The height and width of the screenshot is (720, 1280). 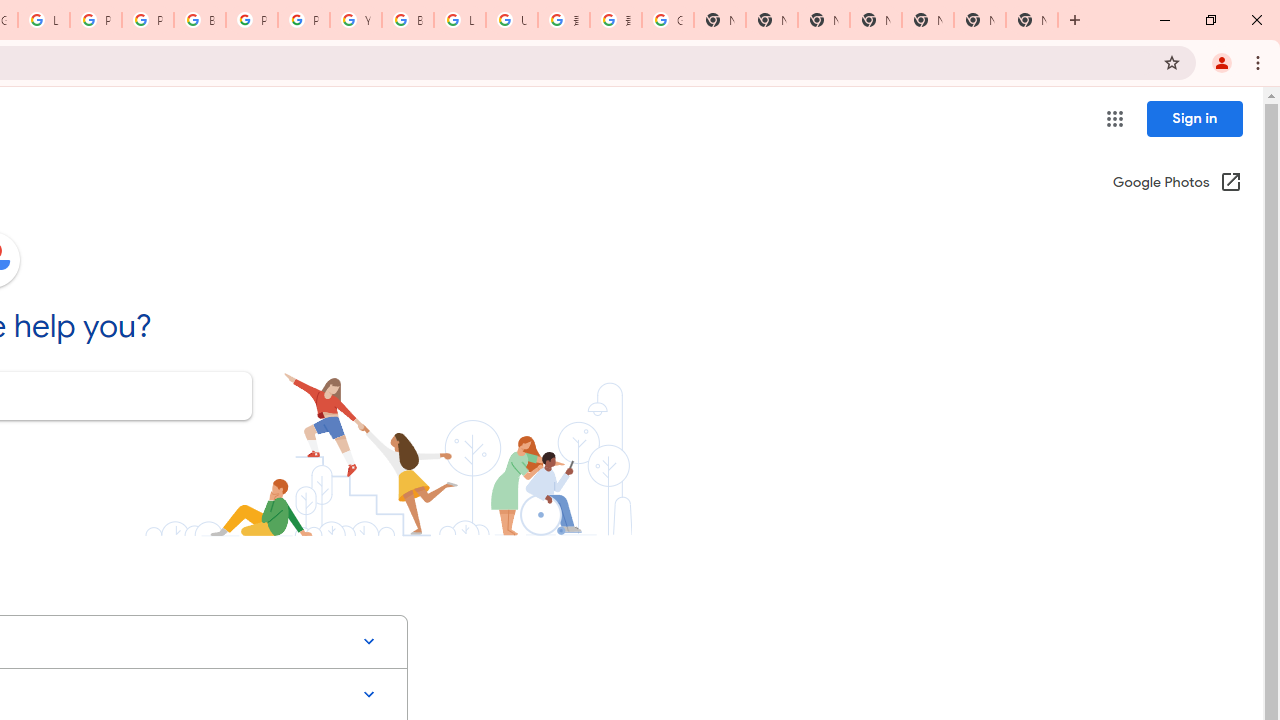 I want to click on 'New Tab', so click(x=1032, y=20).